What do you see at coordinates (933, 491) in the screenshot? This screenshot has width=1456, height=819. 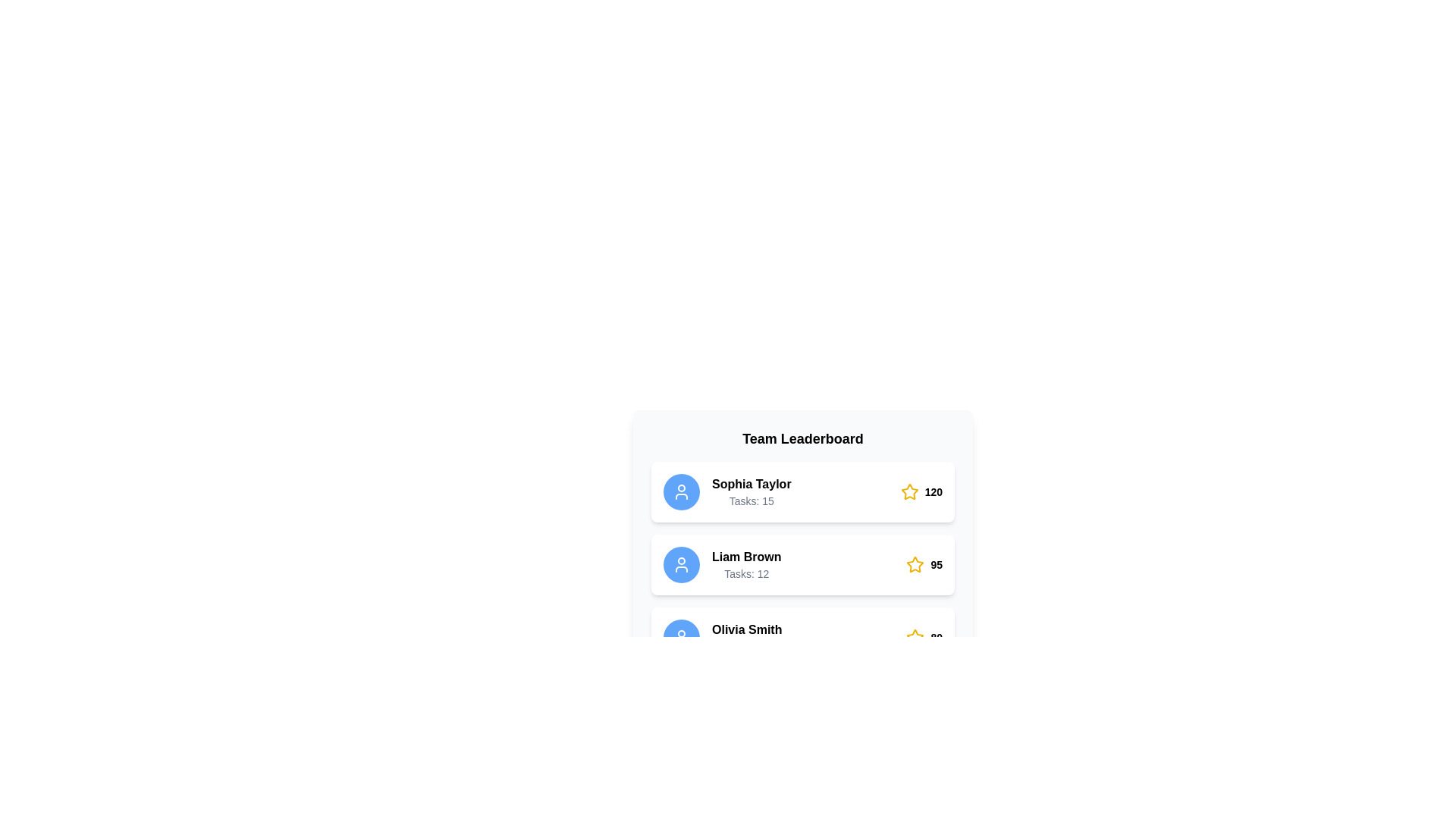 I see `the numeric score text next to the yellow star icon for 'Sophia Taylor' on the leaderboard` at bounding box center [933, 491].